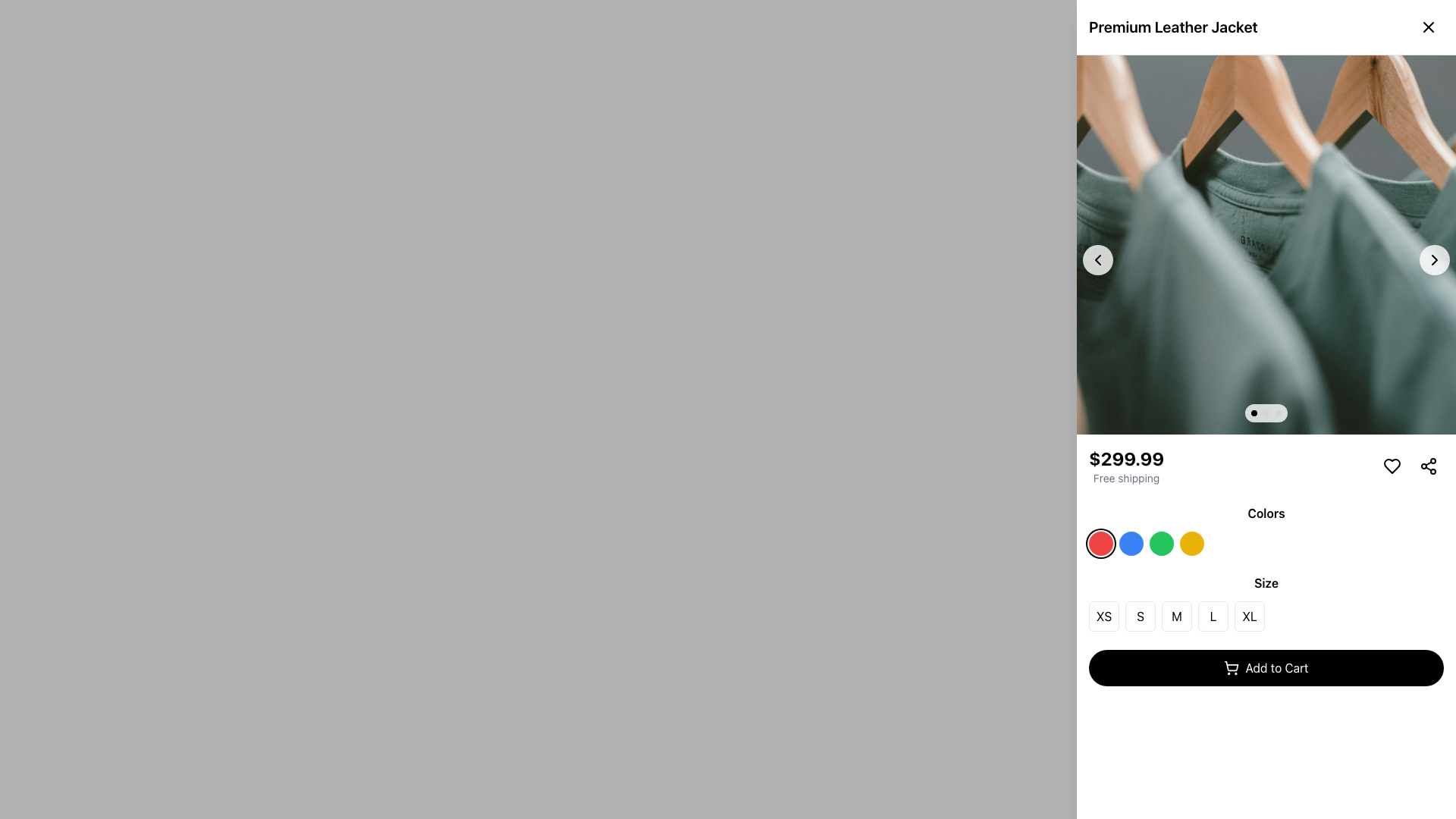 The height and width of the screenshot is (819, 1456). I want to click on the circular green icon, which is the third color selection icon under the 'Colors' label, so click(1160, 543).